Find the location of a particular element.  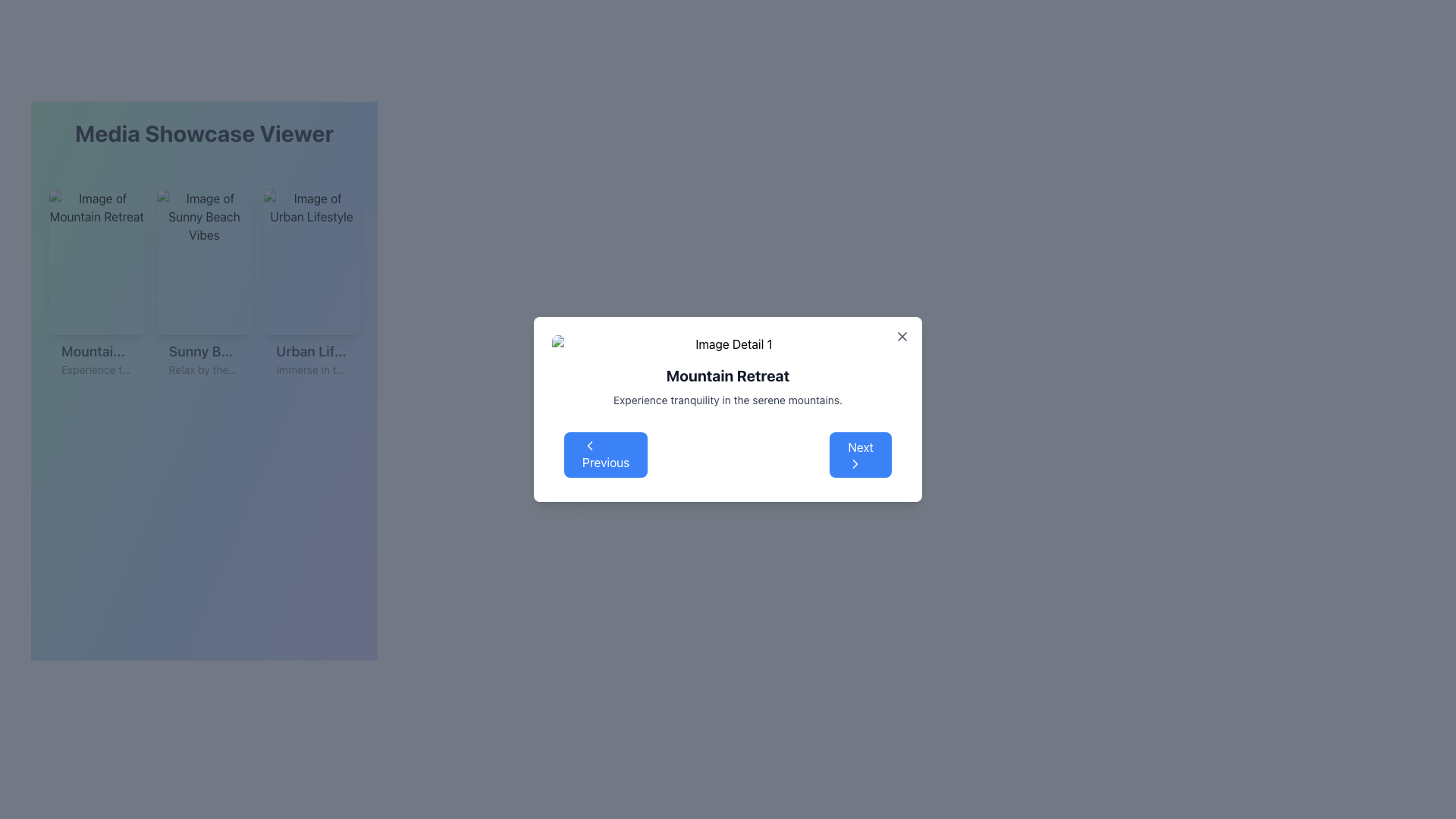

the 'Previous' button which contains the left-chevron arrow vector graphic icon located at the bottom left of the modal popup is located at coordinates (588, 444).